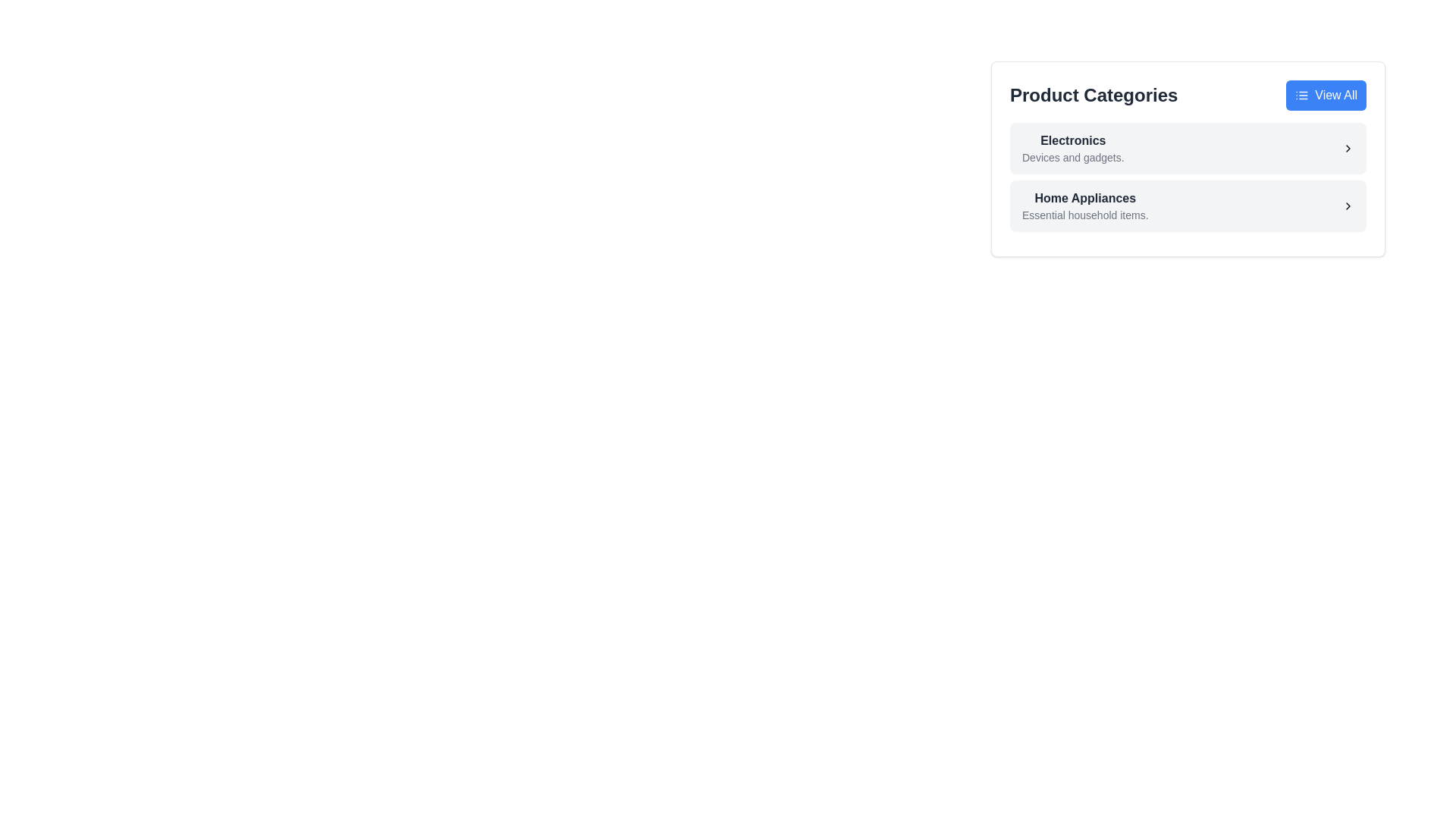 This screenshot has height=819, width=1456. I want to click on the chevron right icon indicating that the 'Electronics' section is clickable, so click(1348, 149).